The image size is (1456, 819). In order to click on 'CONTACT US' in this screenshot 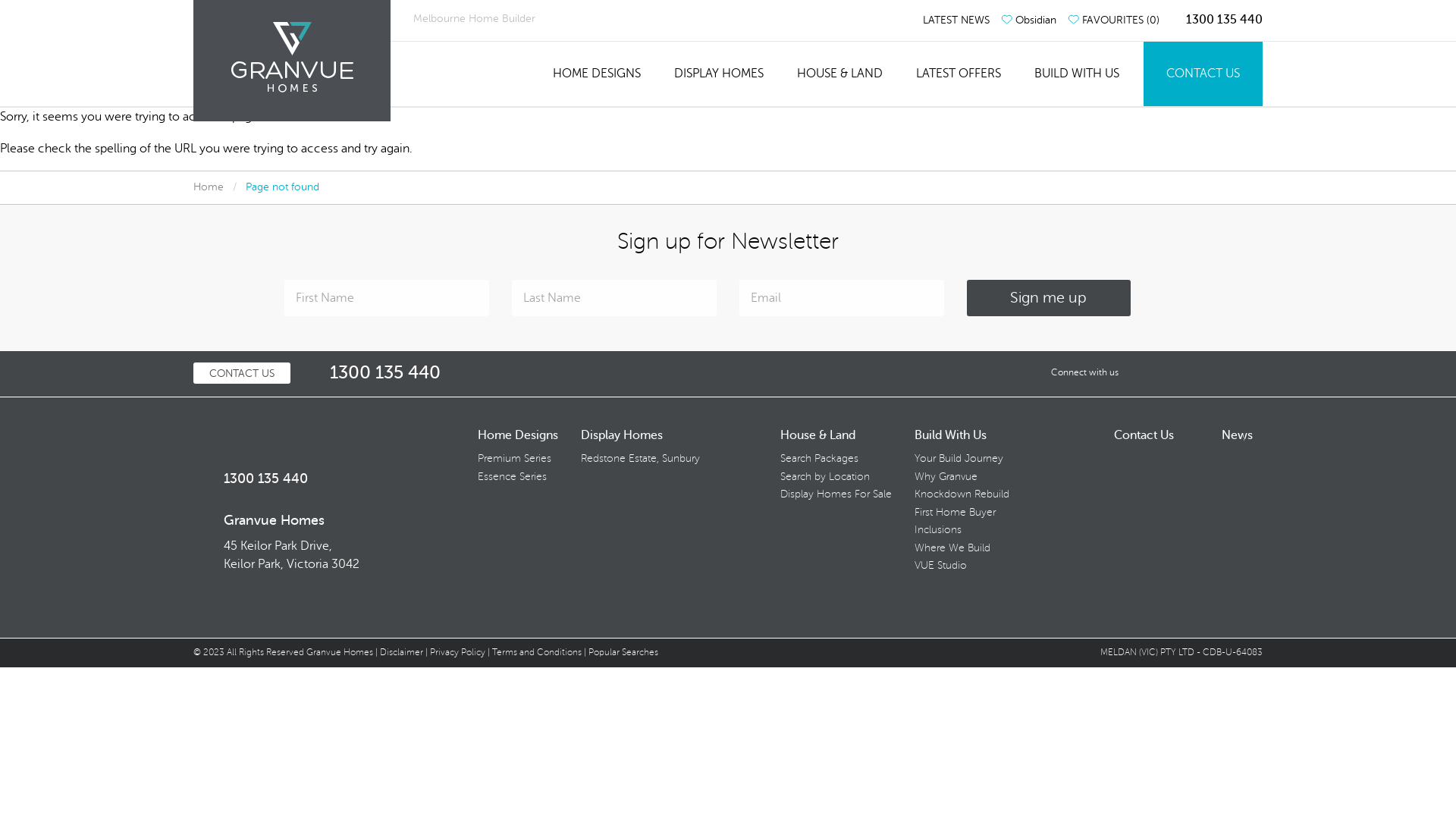, I will do `click(240, 373)`.